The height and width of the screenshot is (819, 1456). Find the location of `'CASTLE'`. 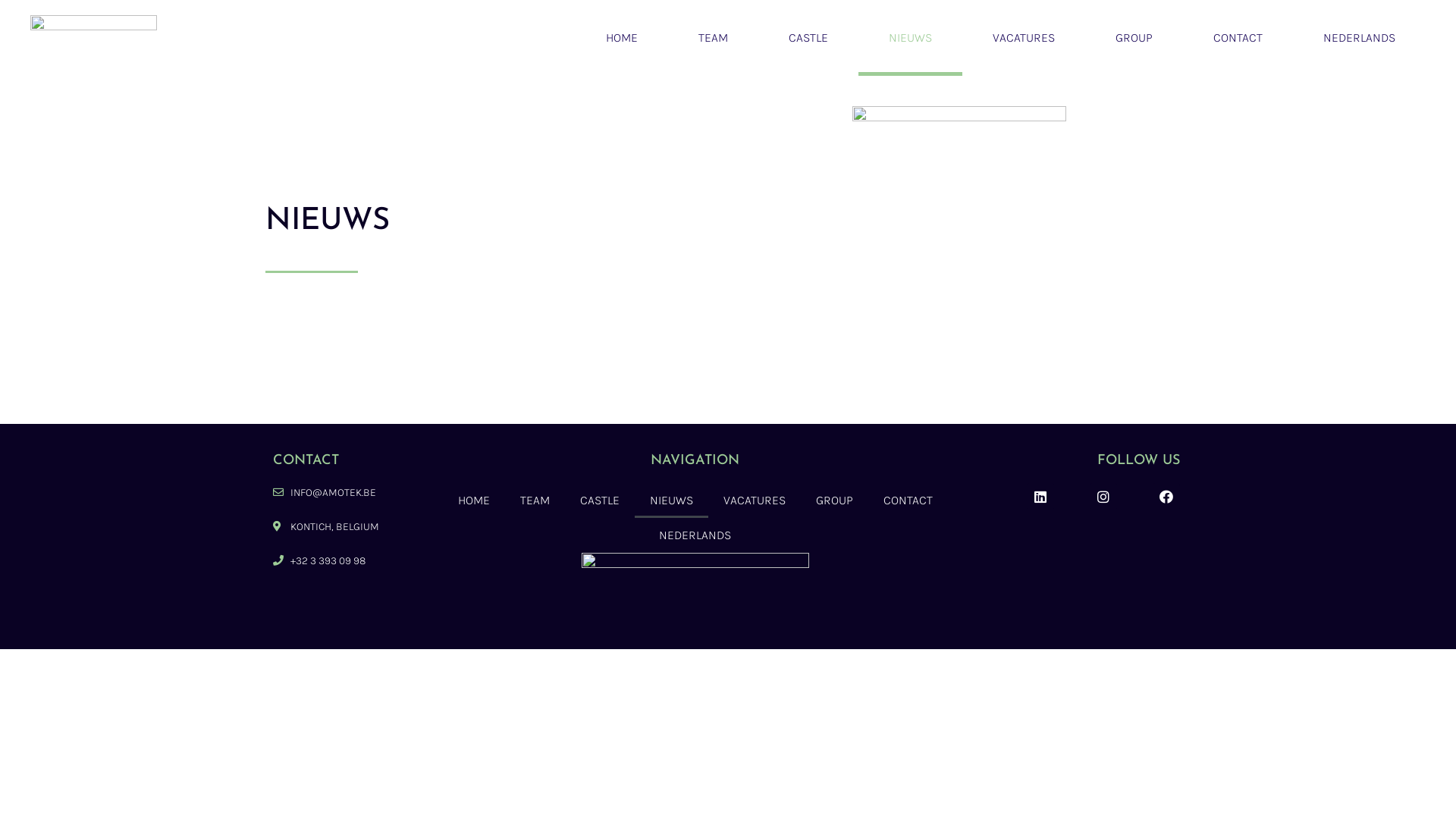

'CASTLE' is located at coordinates (599, 500).